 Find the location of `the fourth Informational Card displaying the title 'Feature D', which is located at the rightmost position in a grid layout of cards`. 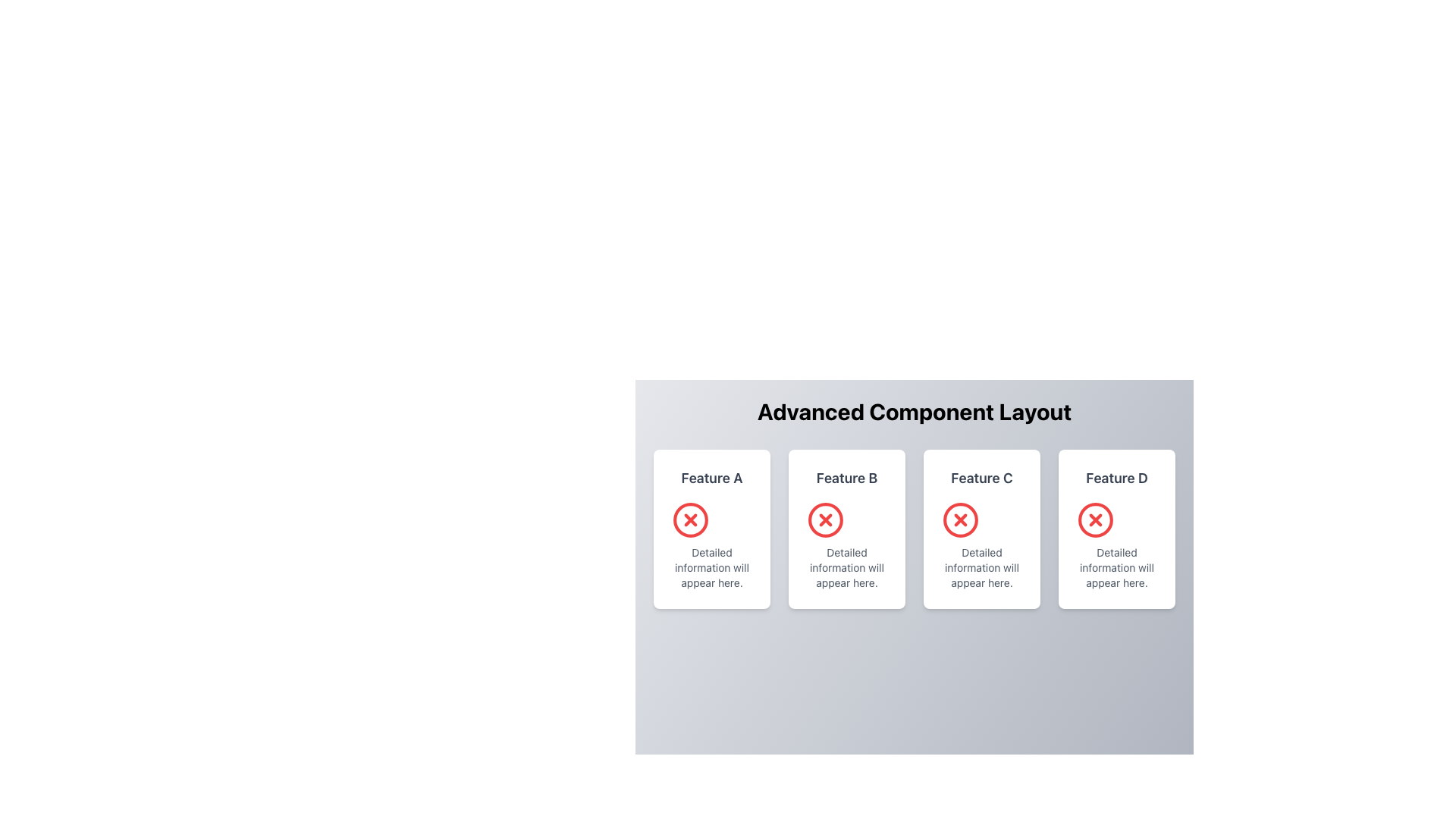

the fourth Informational Card displaying the title 'Feature D', which is located at the rightmost position in a grid layout of cards is located at coordinates (1117, 529).